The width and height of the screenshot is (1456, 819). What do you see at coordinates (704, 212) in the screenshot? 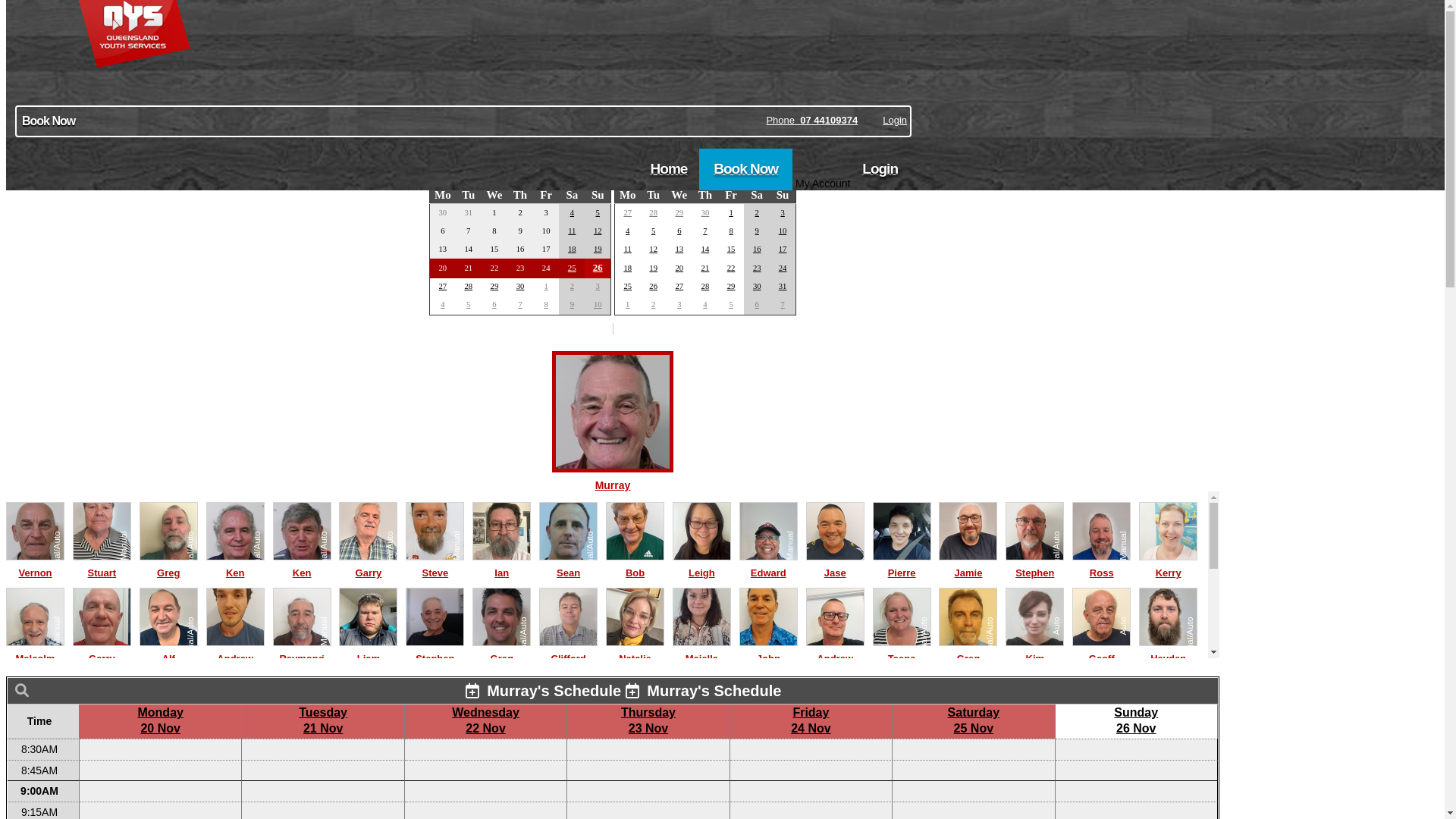
I see `'30'` at bounding box center [704, 212].